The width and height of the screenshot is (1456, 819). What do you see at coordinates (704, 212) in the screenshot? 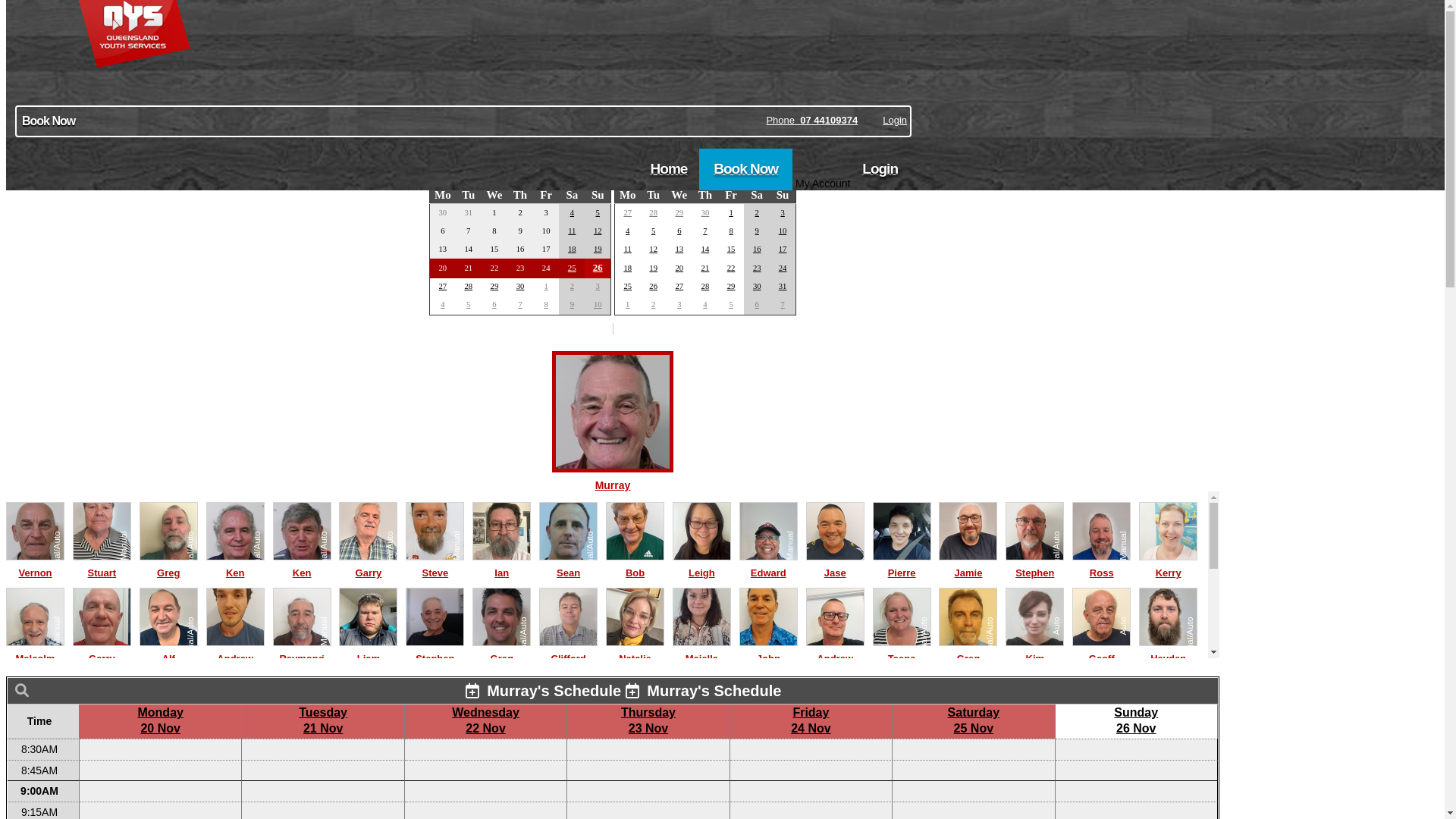
I see `'30'` at bounding box center [704, 212].